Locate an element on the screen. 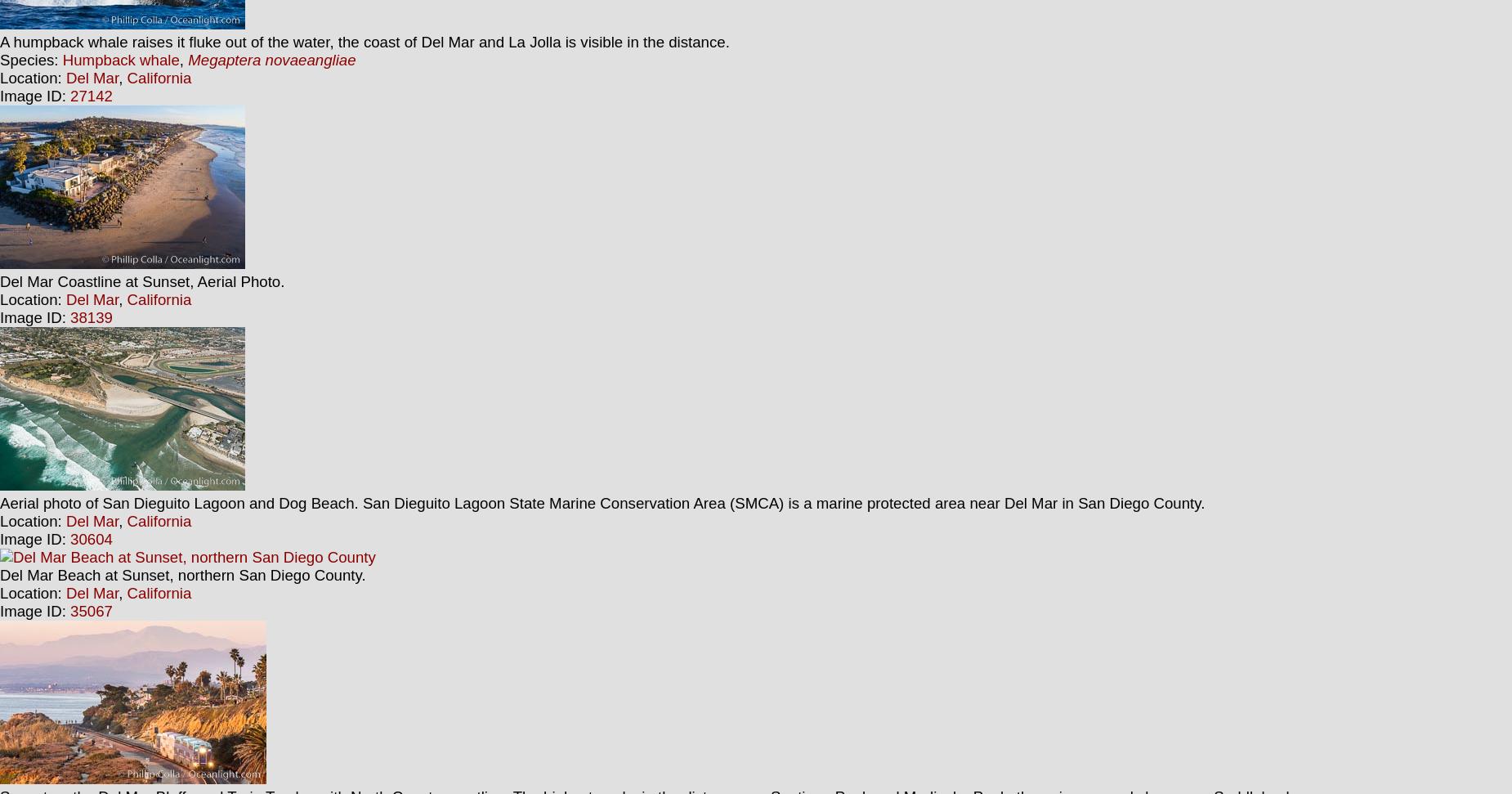  'Humpback whale' is located at coordinates (119, 59).